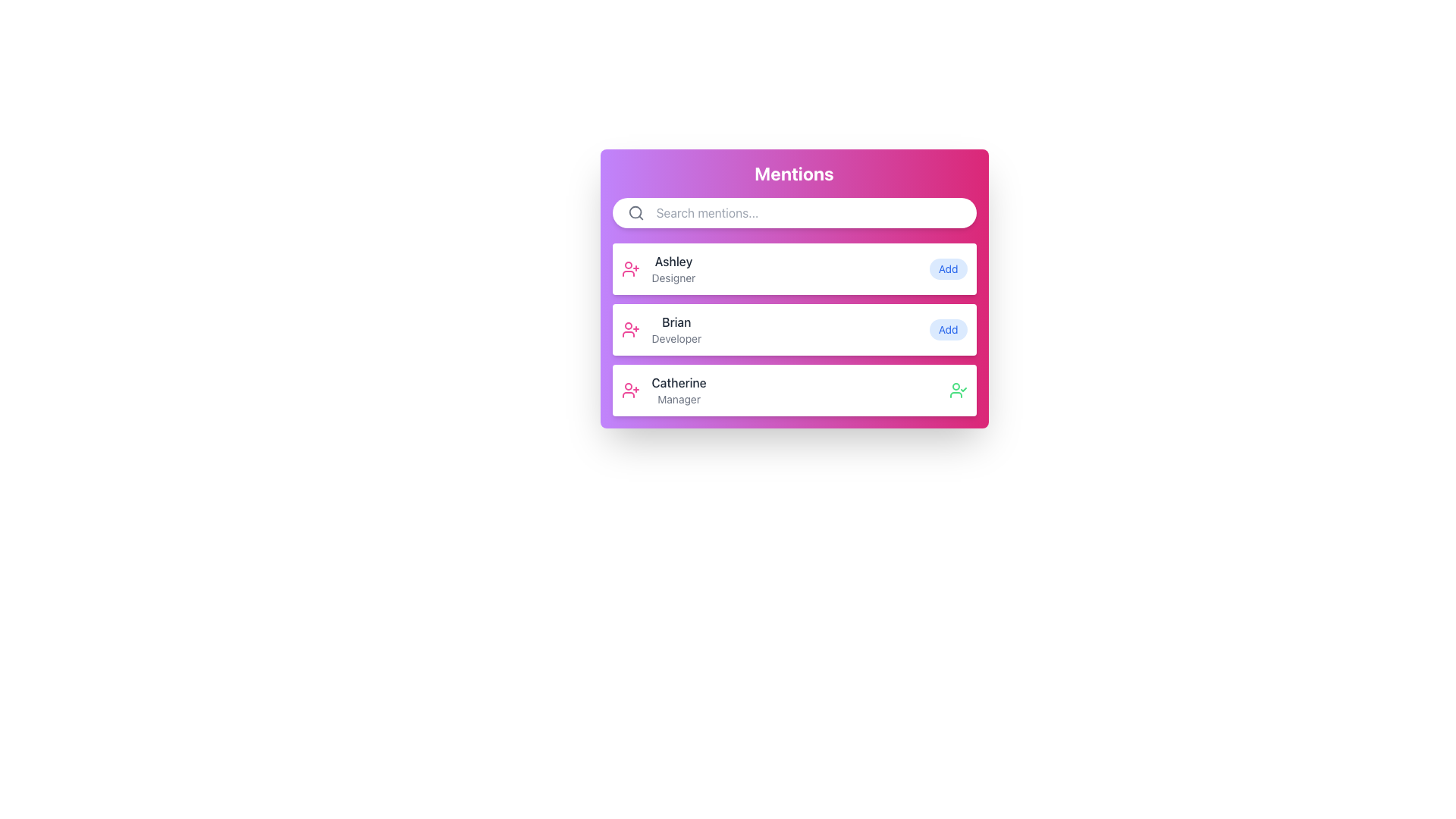  Describe the element at coordinates (947, 329) in the screenshot. I see `the small blue 'Add' button with rounded edges positioned next to 'Brian, Developer'` at that location.